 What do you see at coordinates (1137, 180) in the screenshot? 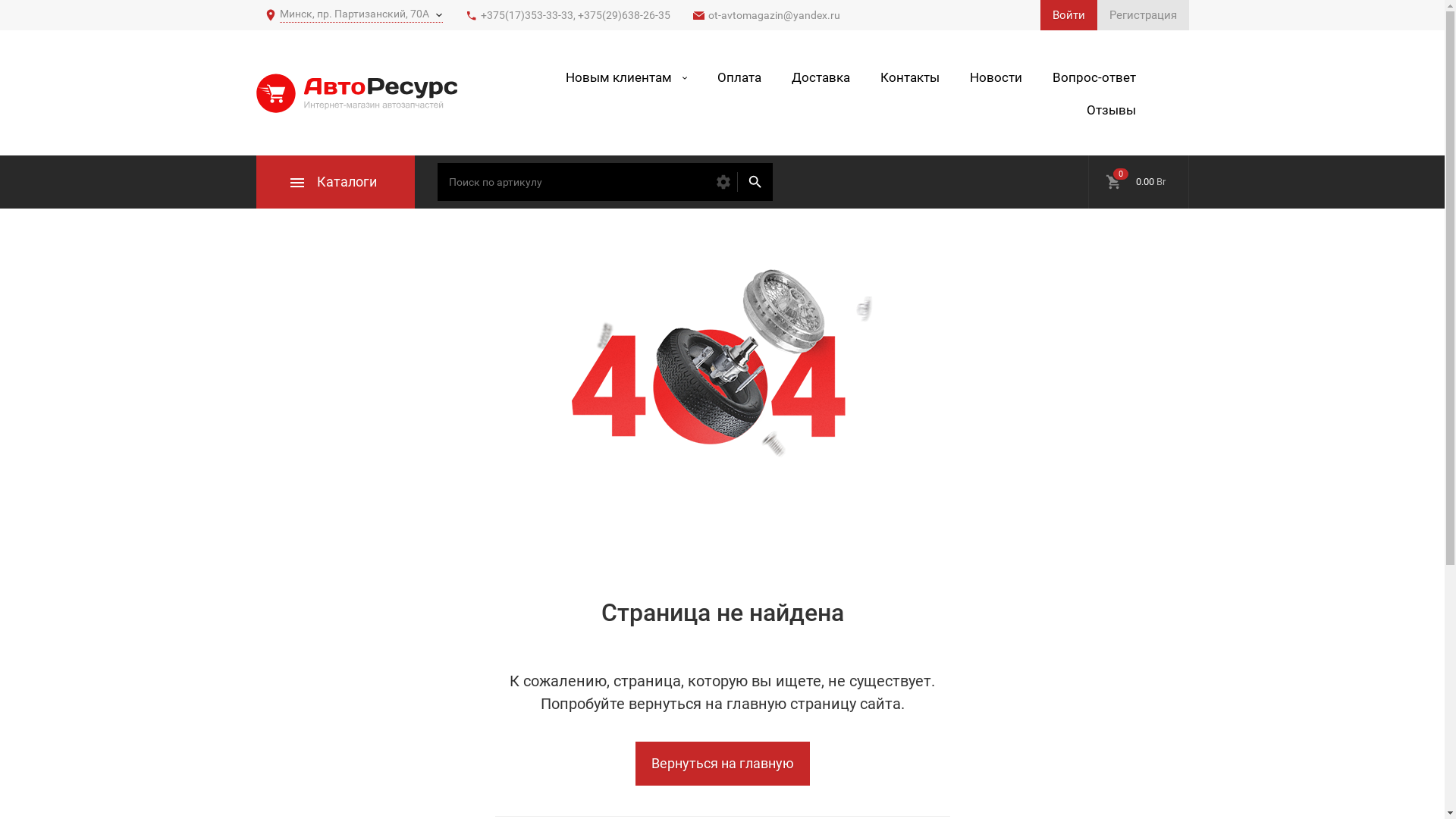
I see `'0` at bounding box center [1137, 180].